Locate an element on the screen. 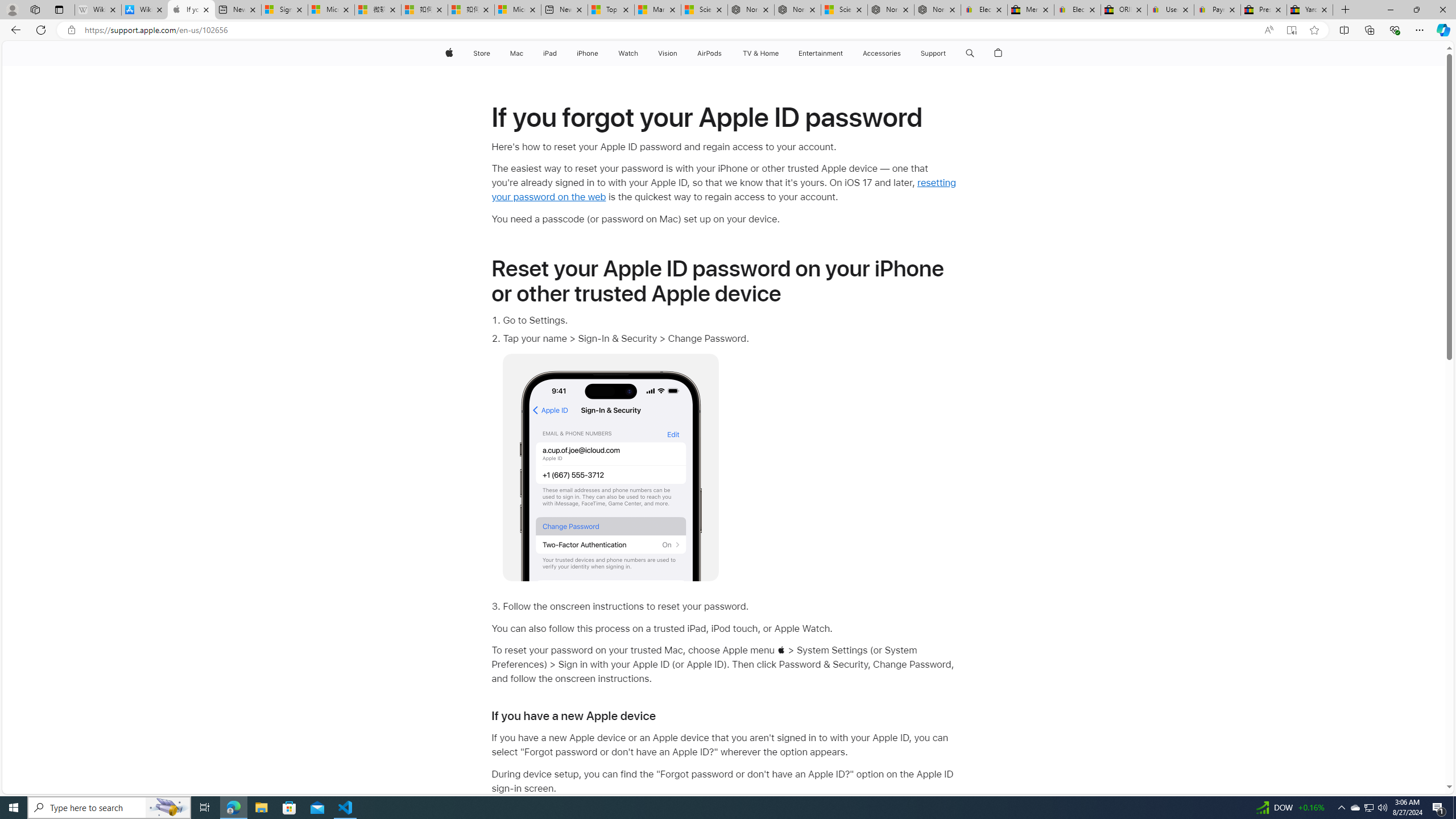 The width and height of the screenshot is (1456, 819). 'Vision menu' is located at coordinates (679, 53).